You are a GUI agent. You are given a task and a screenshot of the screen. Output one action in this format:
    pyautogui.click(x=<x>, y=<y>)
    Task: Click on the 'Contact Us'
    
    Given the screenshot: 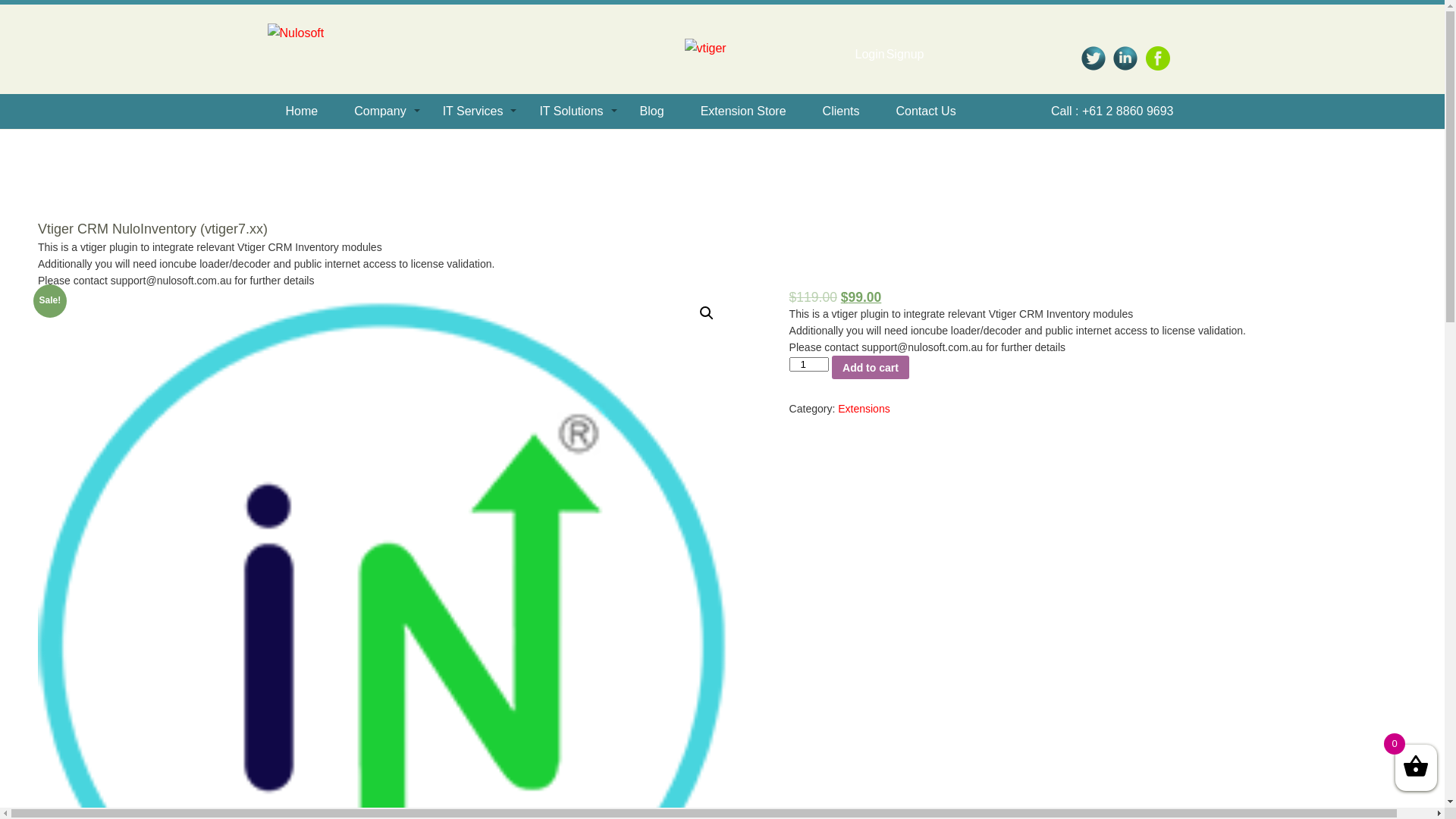 What is the action you would take?
    pyautogui.click(x=925, y=110)
    